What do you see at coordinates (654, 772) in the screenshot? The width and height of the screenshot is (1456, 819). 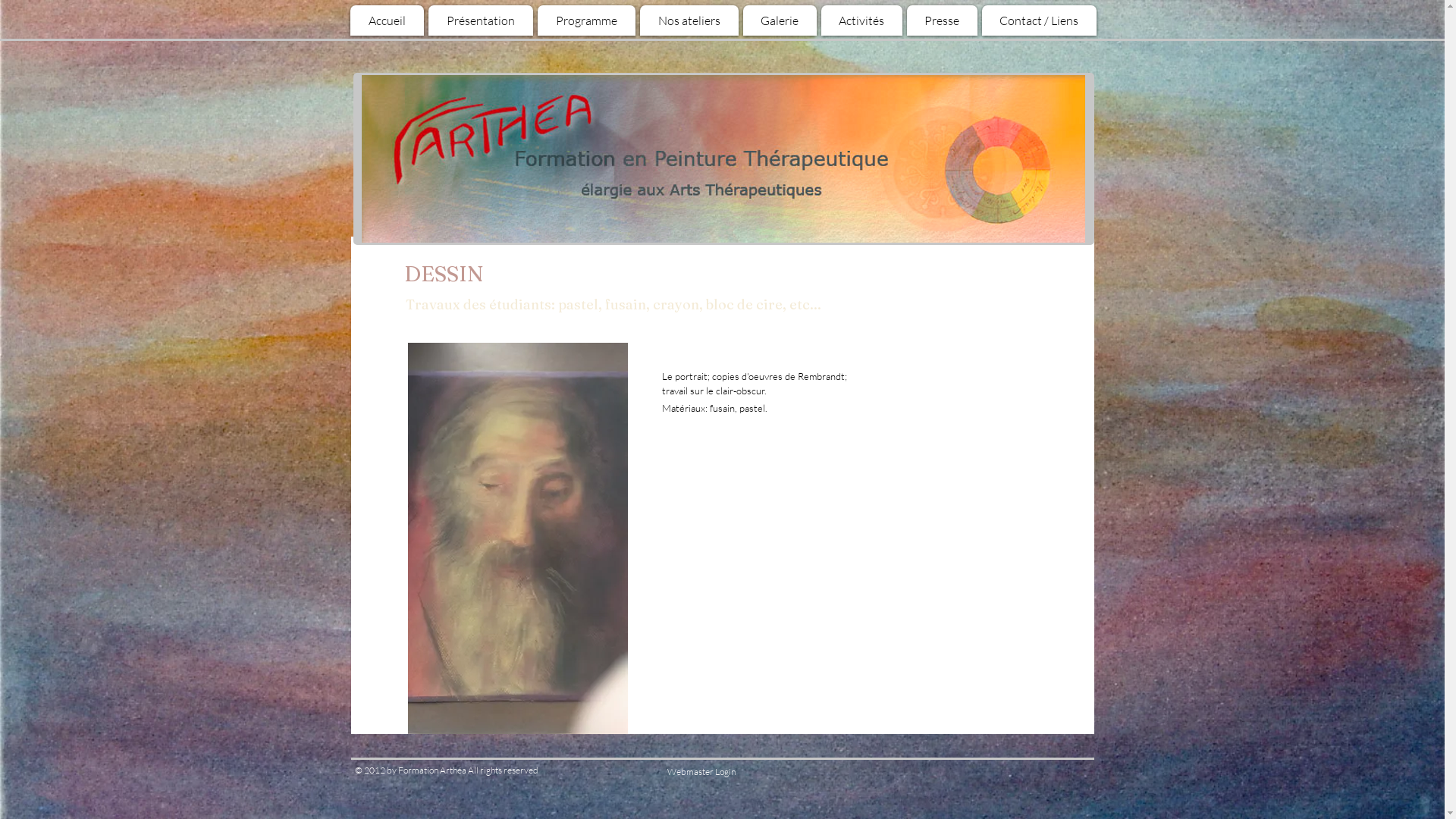 I see `'Webmaster Login'` at bounding box center [654, 772].